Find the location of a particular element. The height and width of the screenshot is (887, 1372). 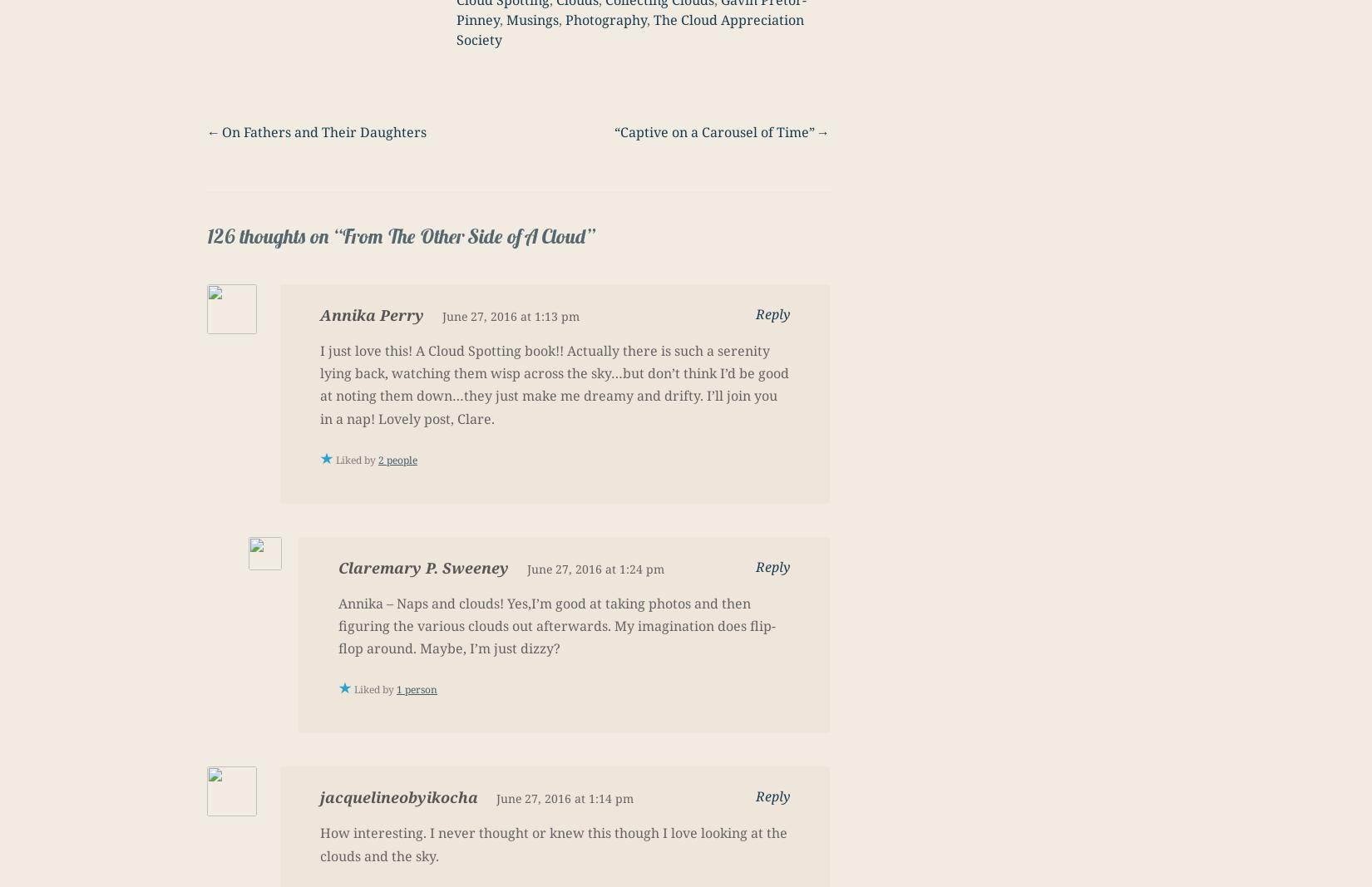

'1 person' is located at coordinates (416, 688).